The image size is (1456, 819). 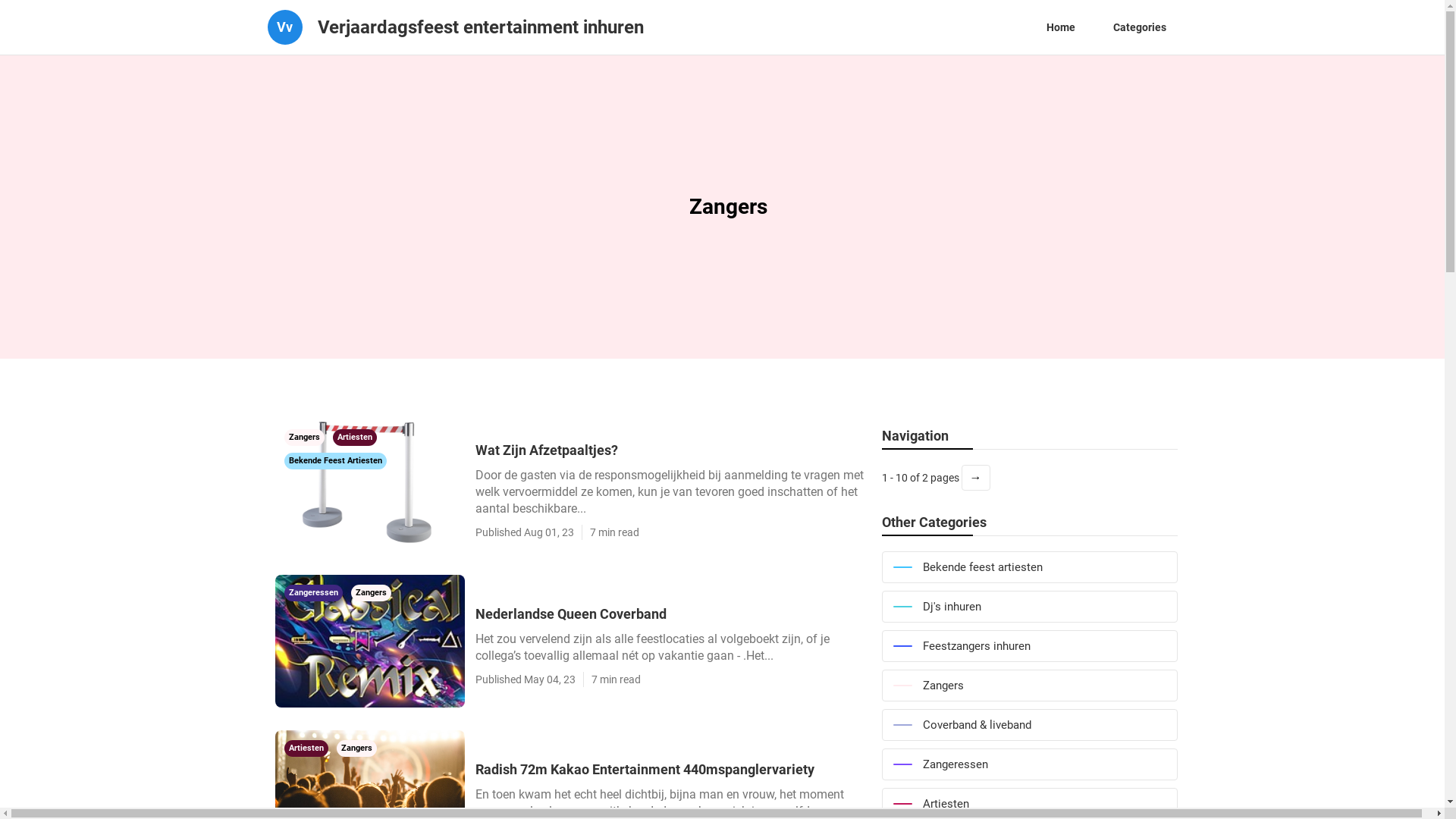 What do you see at coordinates (473, 614) in the screenshot?
I see `'Nederlandse Queen Coverband'` at bounding box center [473, 614].